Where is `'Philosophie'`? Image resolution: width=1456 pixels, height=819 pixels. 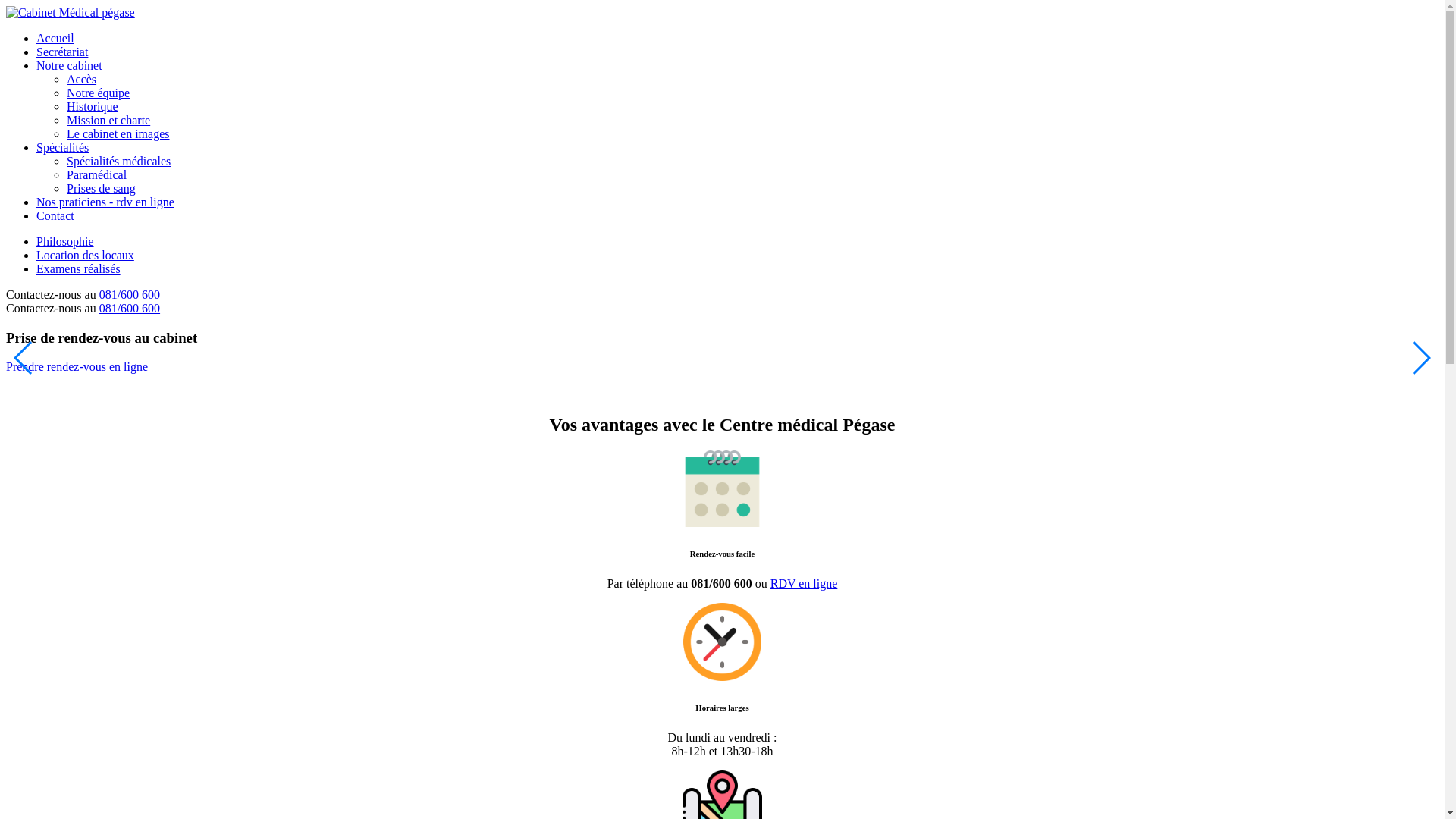 'Philosophie' is located at coordinates (64, 240).